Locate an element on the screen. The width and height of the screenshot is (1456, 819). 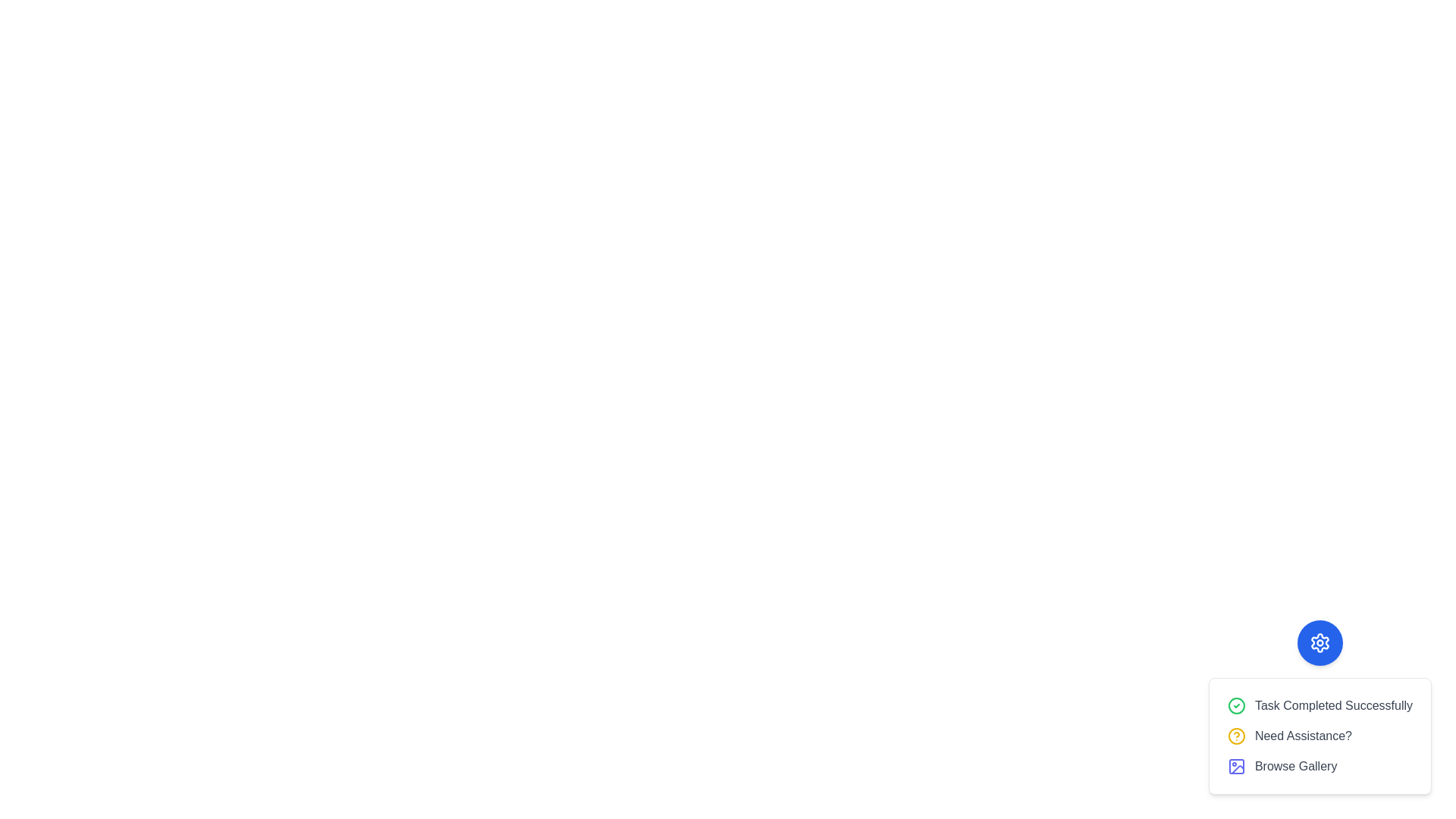
the settings icon, which is visually enclosed within a blue circular background at the bottom right corner of the interface is located at coordinates (1319, 643).